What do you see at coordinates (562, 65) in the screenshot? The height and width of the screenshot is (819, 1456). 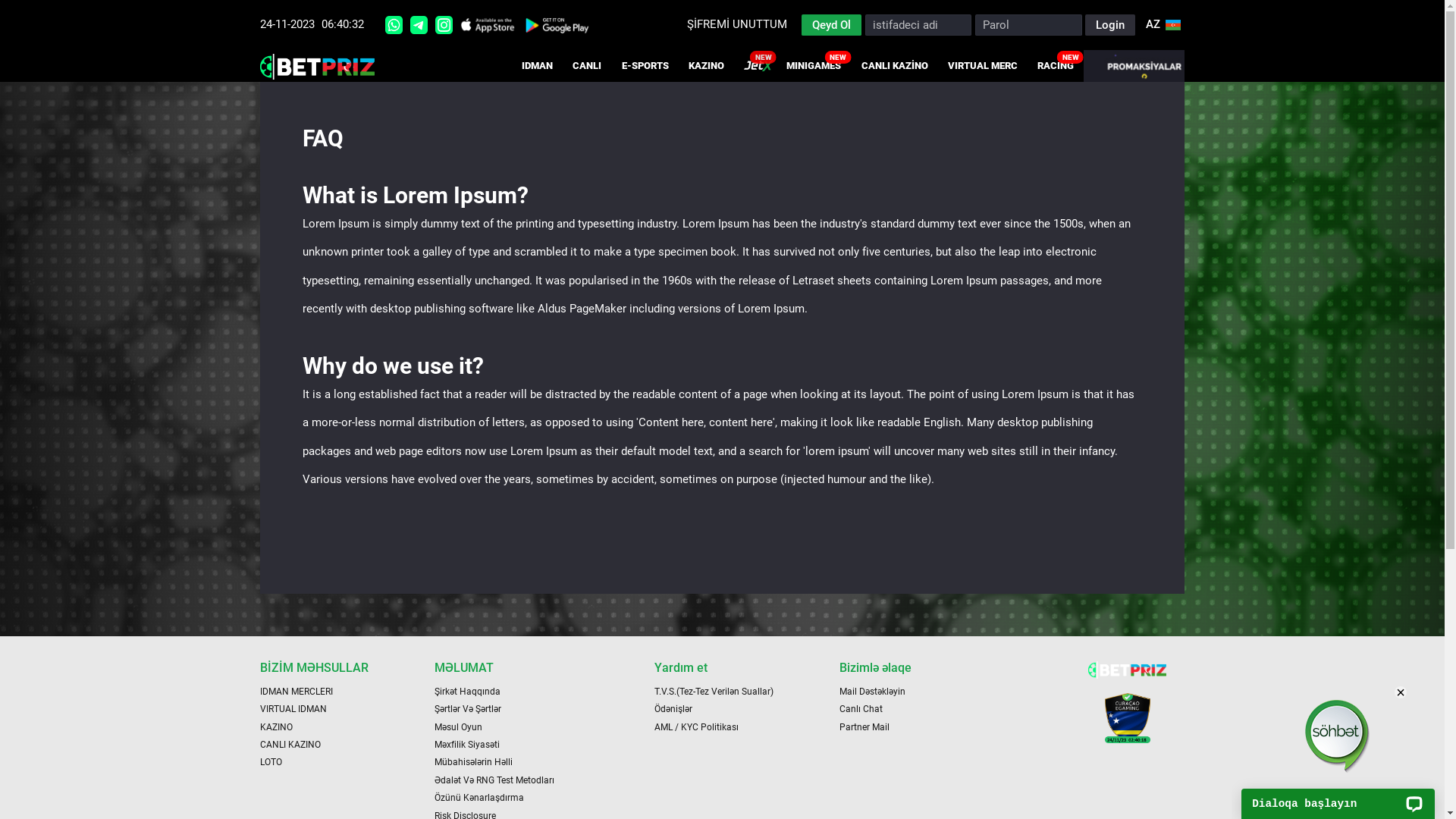 I see `'CANLI'` at bounding box center [562, 65].